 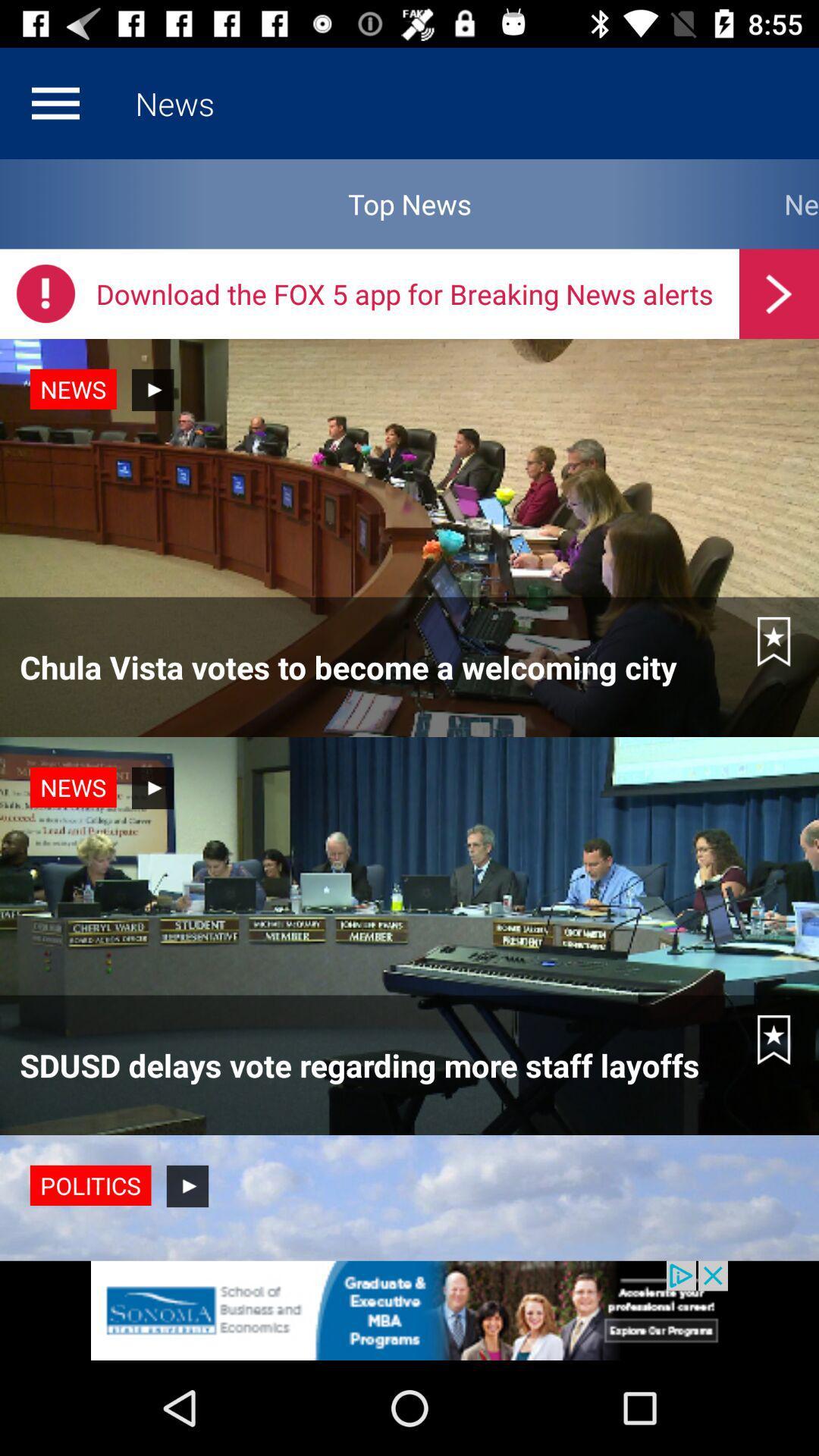 I want to click on top most left corner, so click(x=55, y=103).